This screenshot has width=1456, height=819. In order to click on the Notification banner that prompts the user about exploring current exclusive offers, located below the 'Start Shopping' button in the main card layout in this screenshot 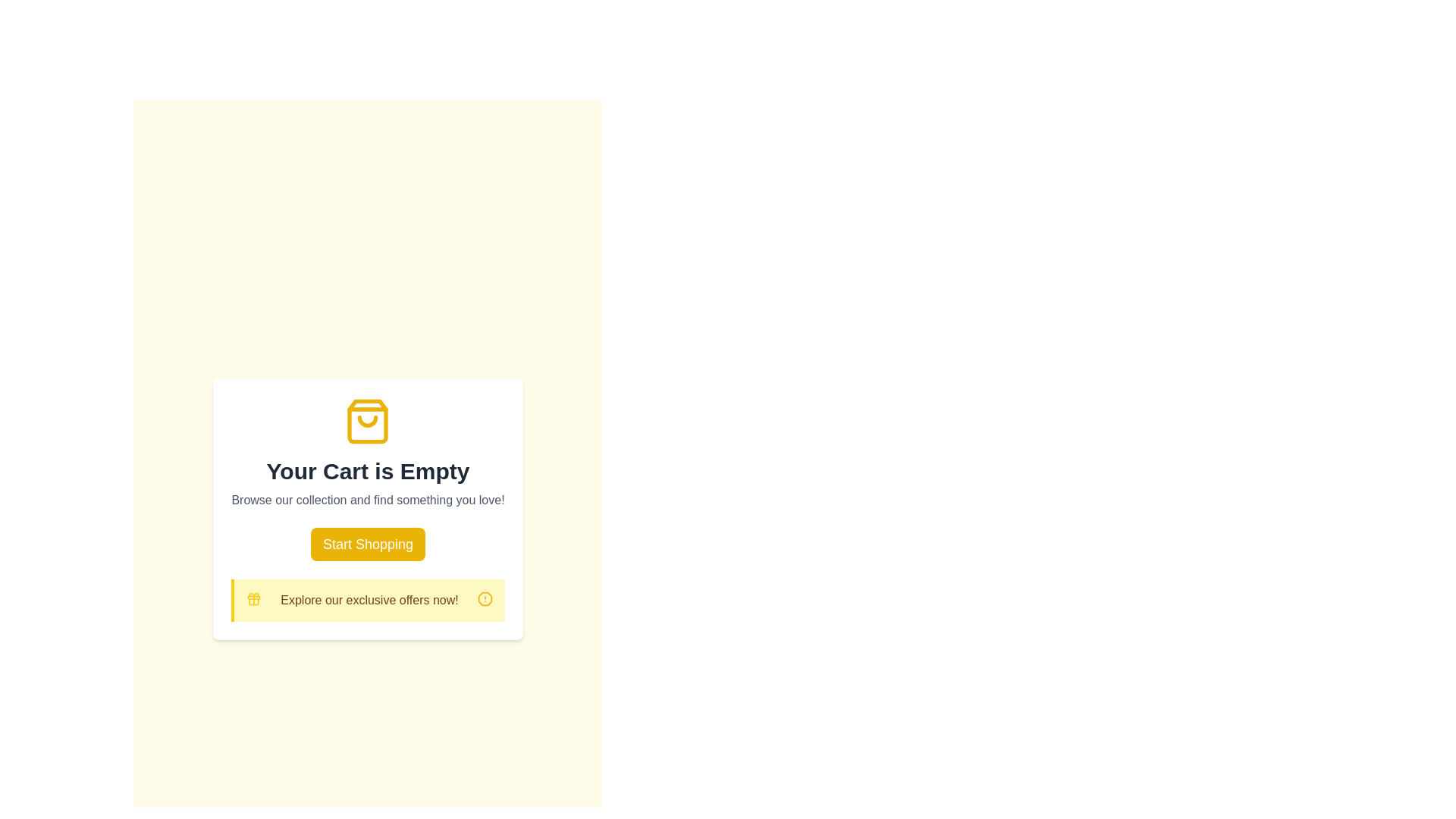, I will do `click(368, 599)`.